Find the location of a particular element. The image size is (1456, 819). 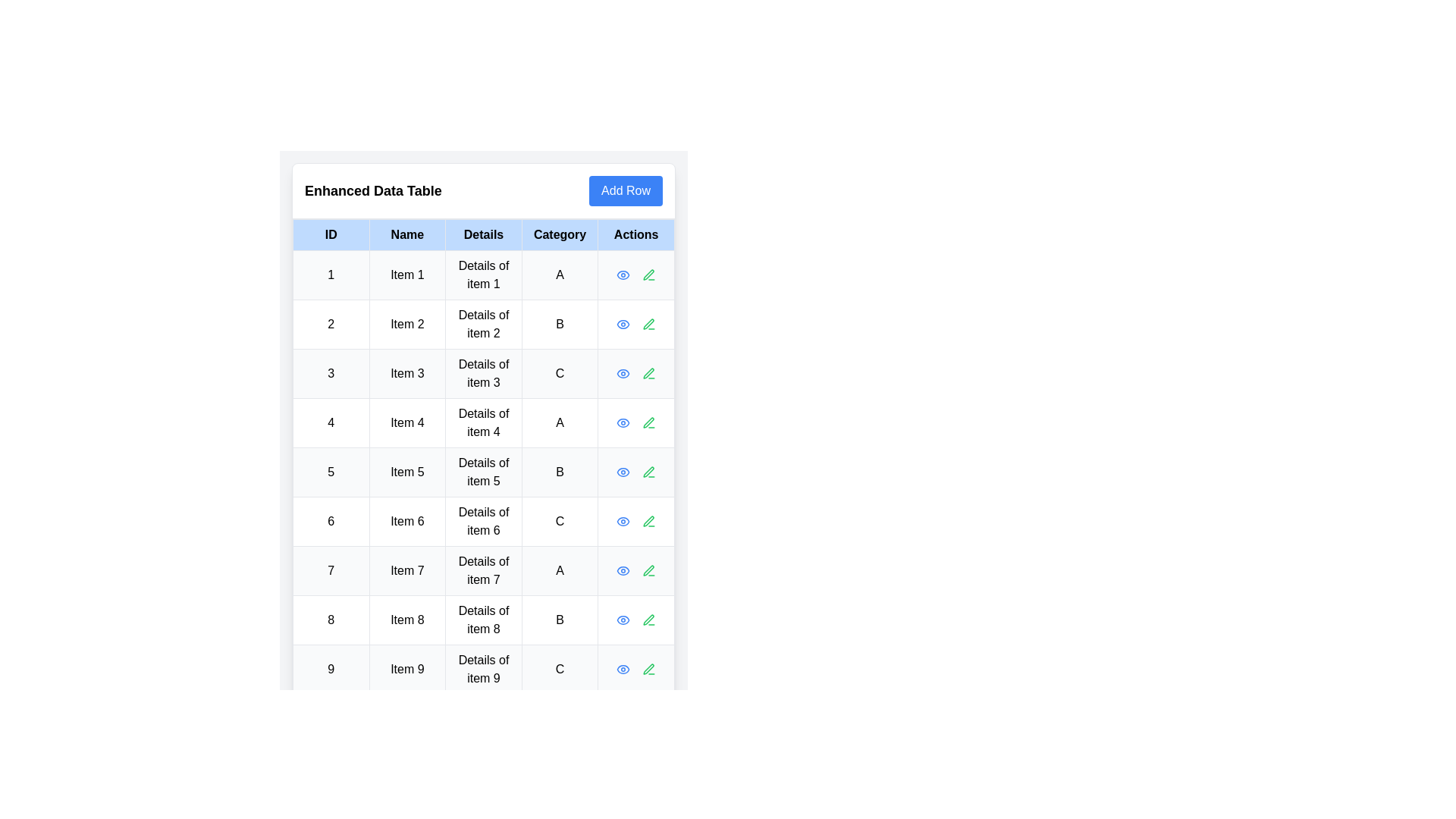

the eye icon is located at coordinates (623, 570).